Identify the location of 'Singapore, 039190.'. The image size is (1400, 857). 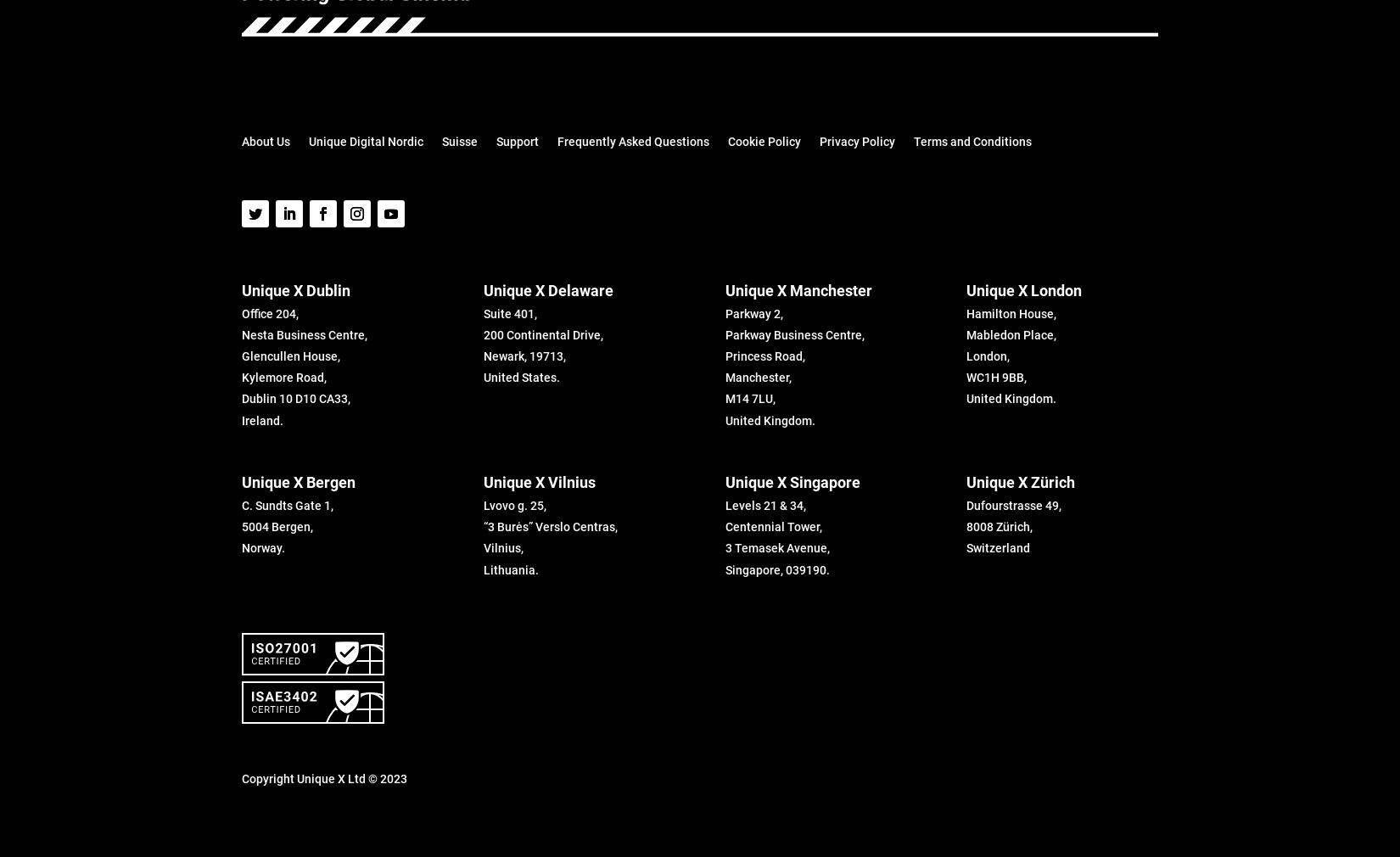
(725, 569).